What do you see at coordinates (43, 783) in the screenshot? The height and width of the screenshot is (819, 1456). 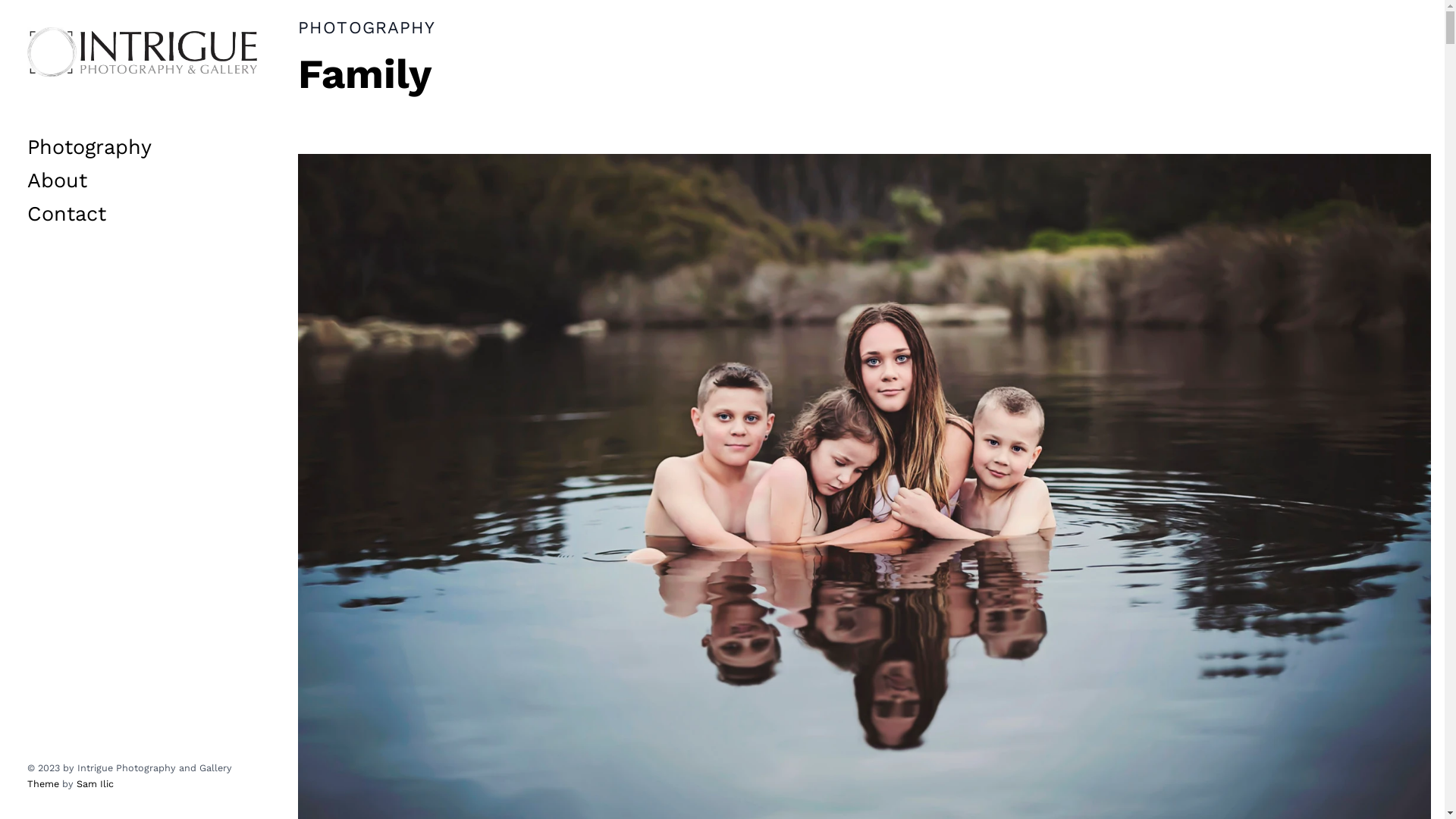 I see `'Theme'` at bounding box center [43, 783].